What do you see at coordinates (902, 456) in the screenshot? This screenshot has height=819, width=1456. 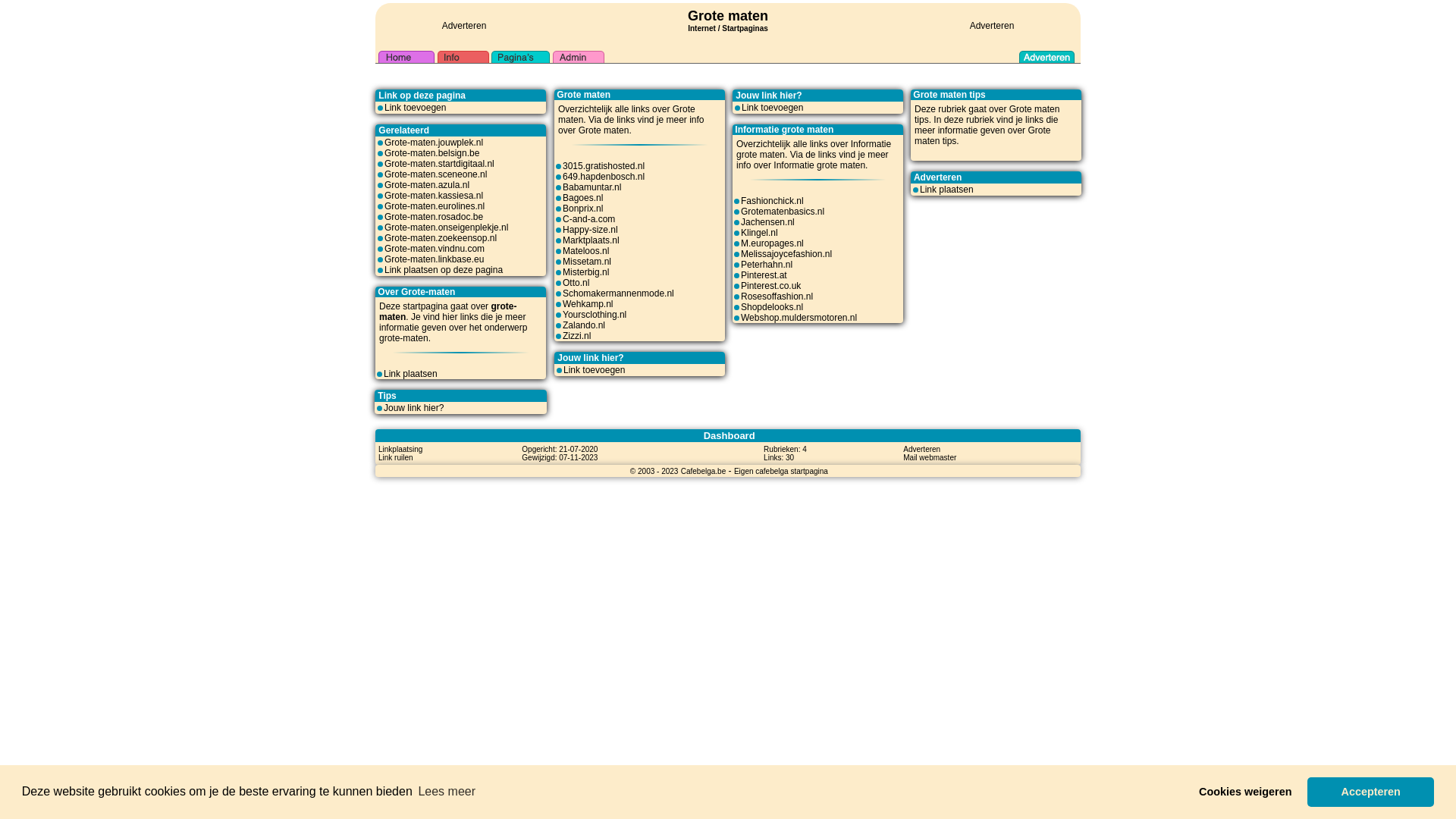 I see `'Mail webmaster'` at bounding box center [902, 456].